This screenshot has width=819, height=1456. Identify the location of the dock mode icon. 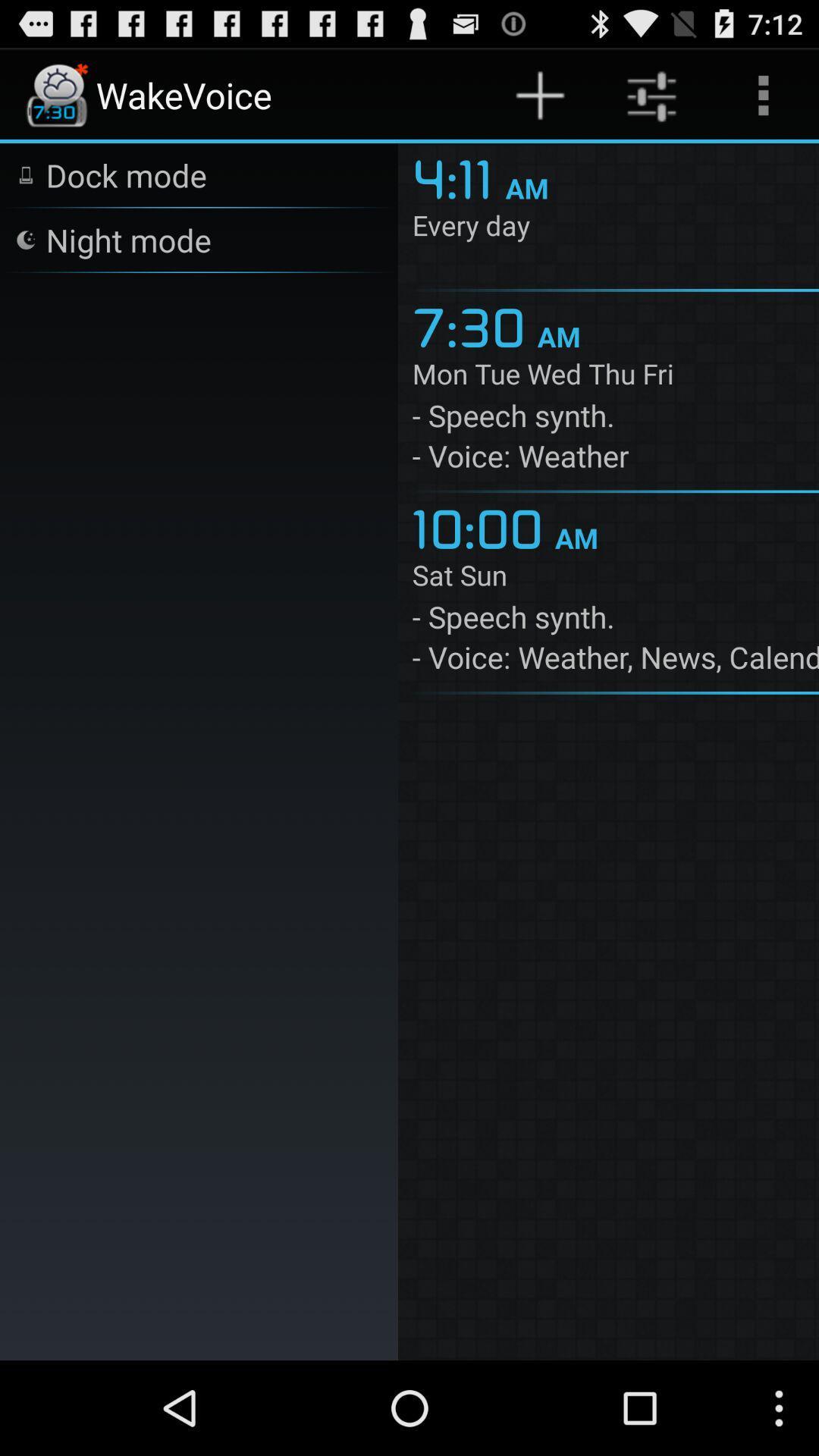
(125, 174).